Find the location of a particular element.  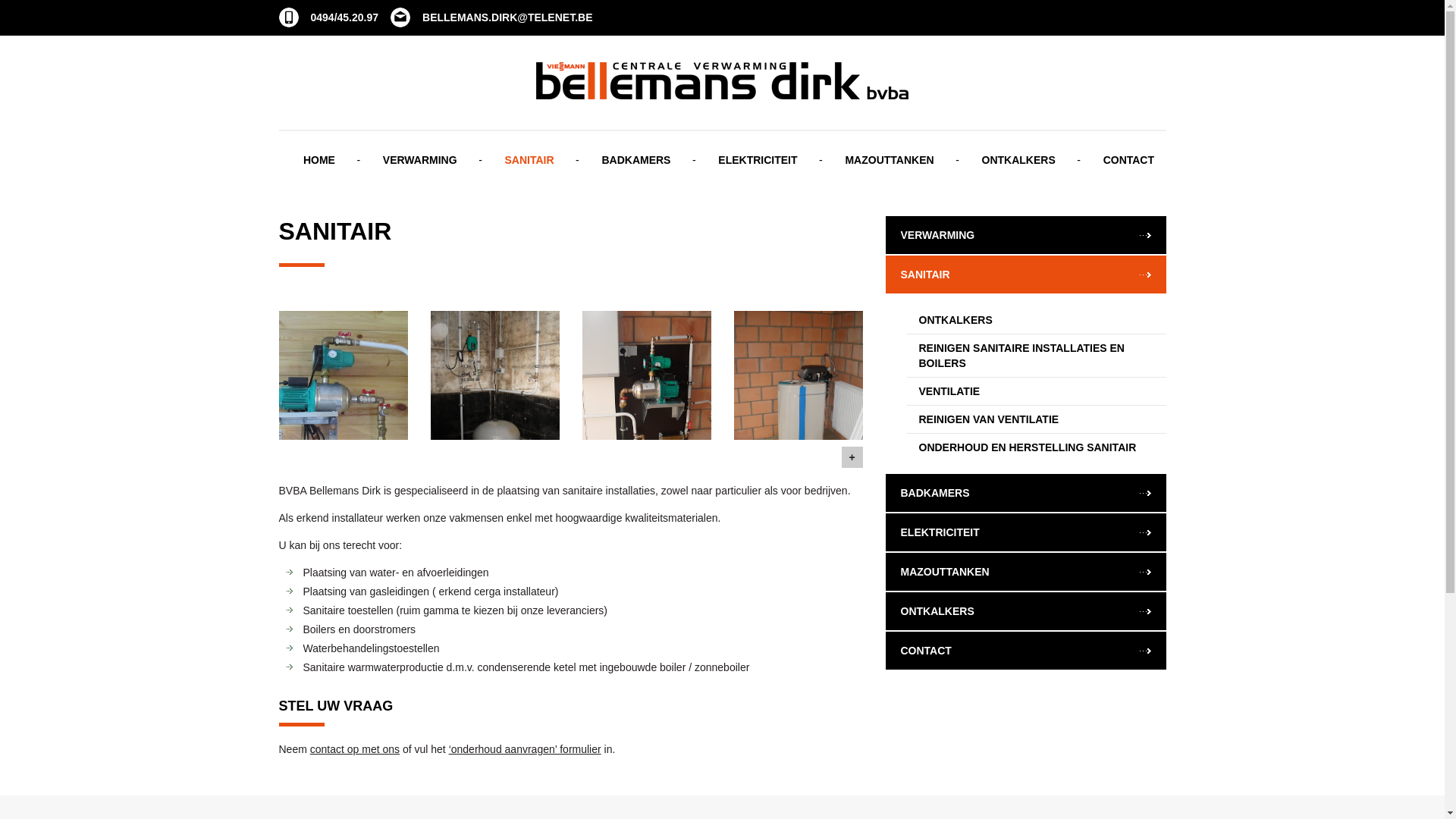

'0494/45.20.97' is located at coordinates (328, 17).